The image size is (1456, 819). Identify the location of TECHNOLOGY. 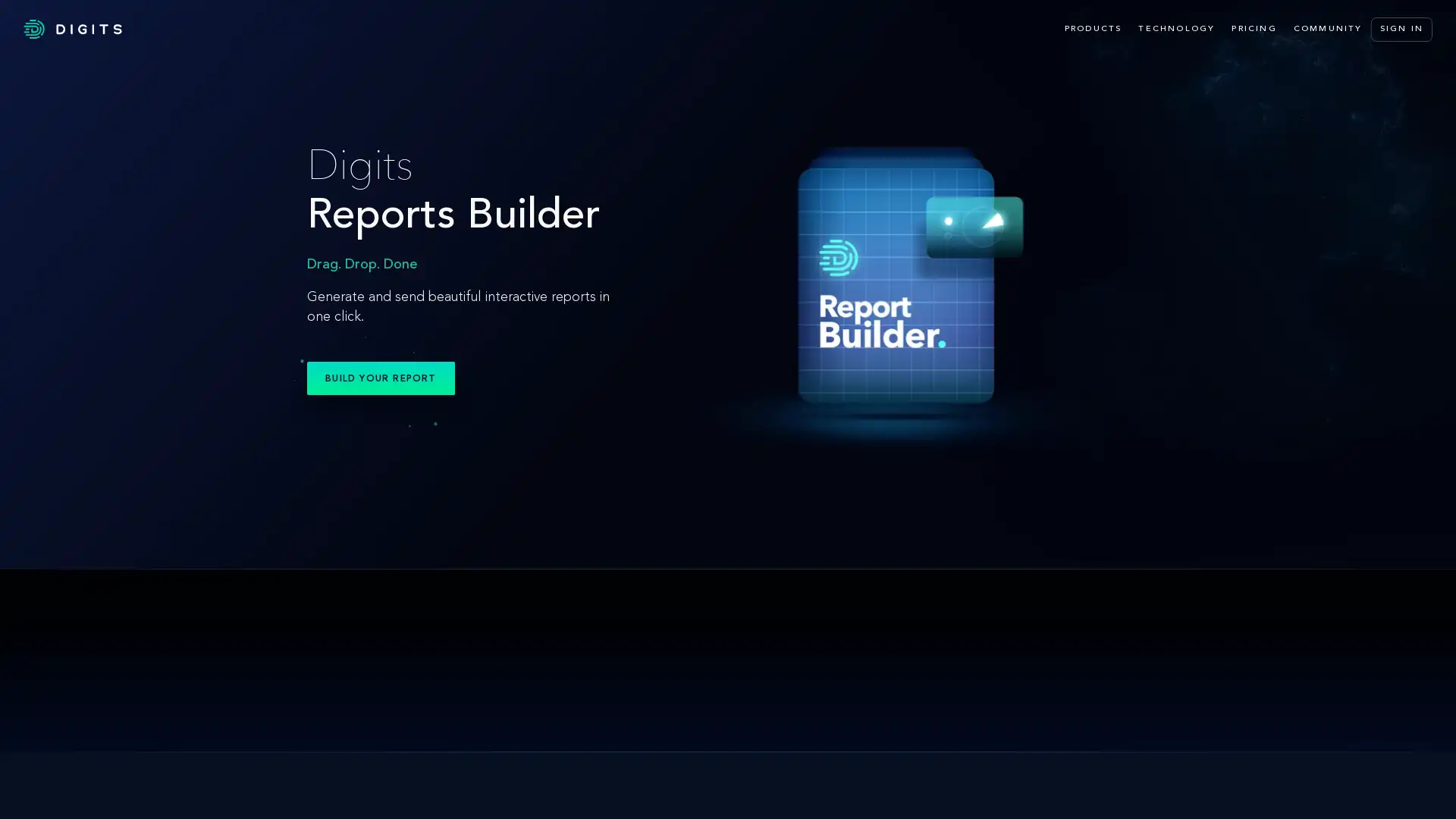
(1175, 29).